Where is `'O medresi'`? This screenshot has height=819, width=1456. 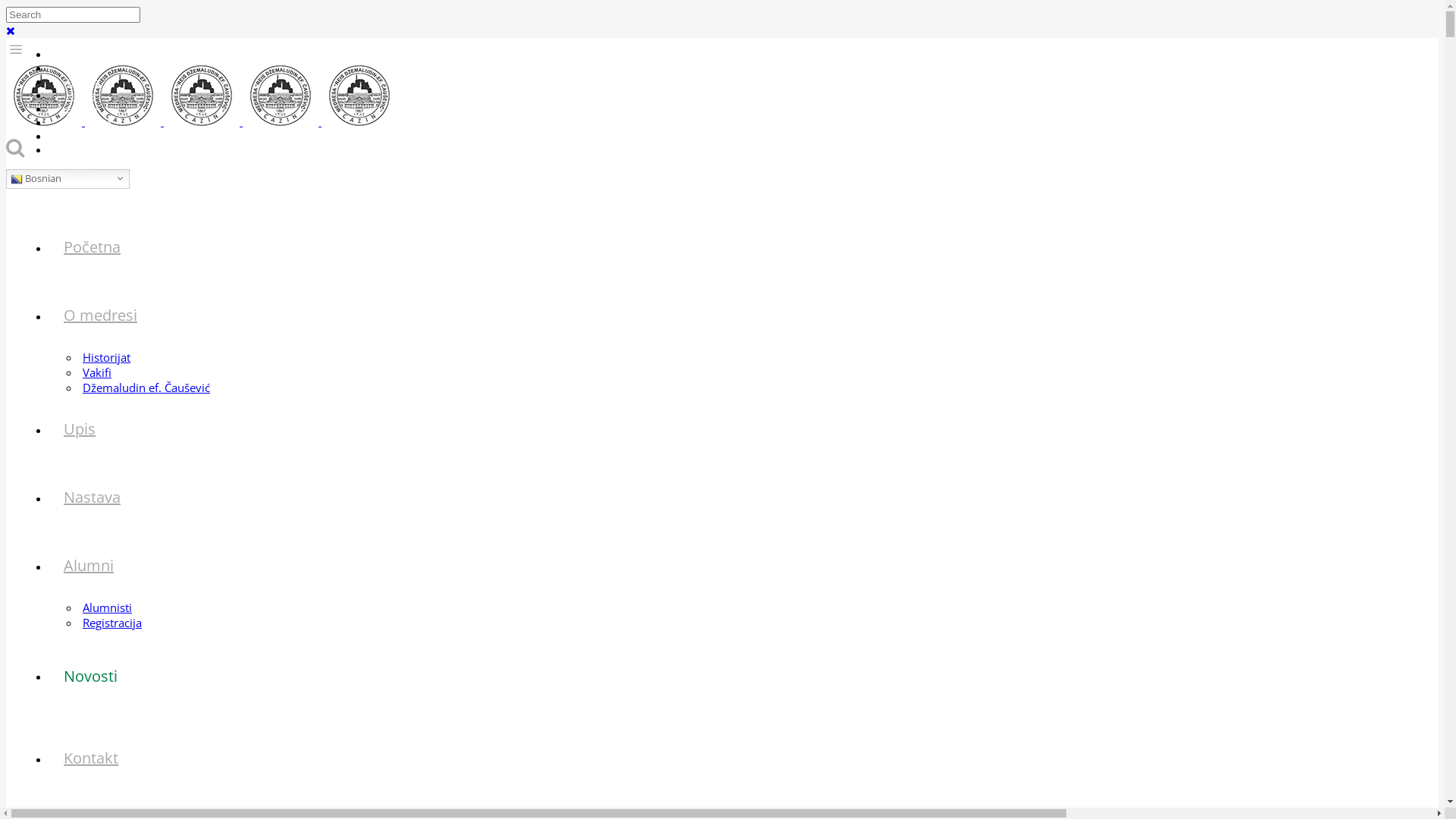 'O medresi' is located at coordinates (99, 314).